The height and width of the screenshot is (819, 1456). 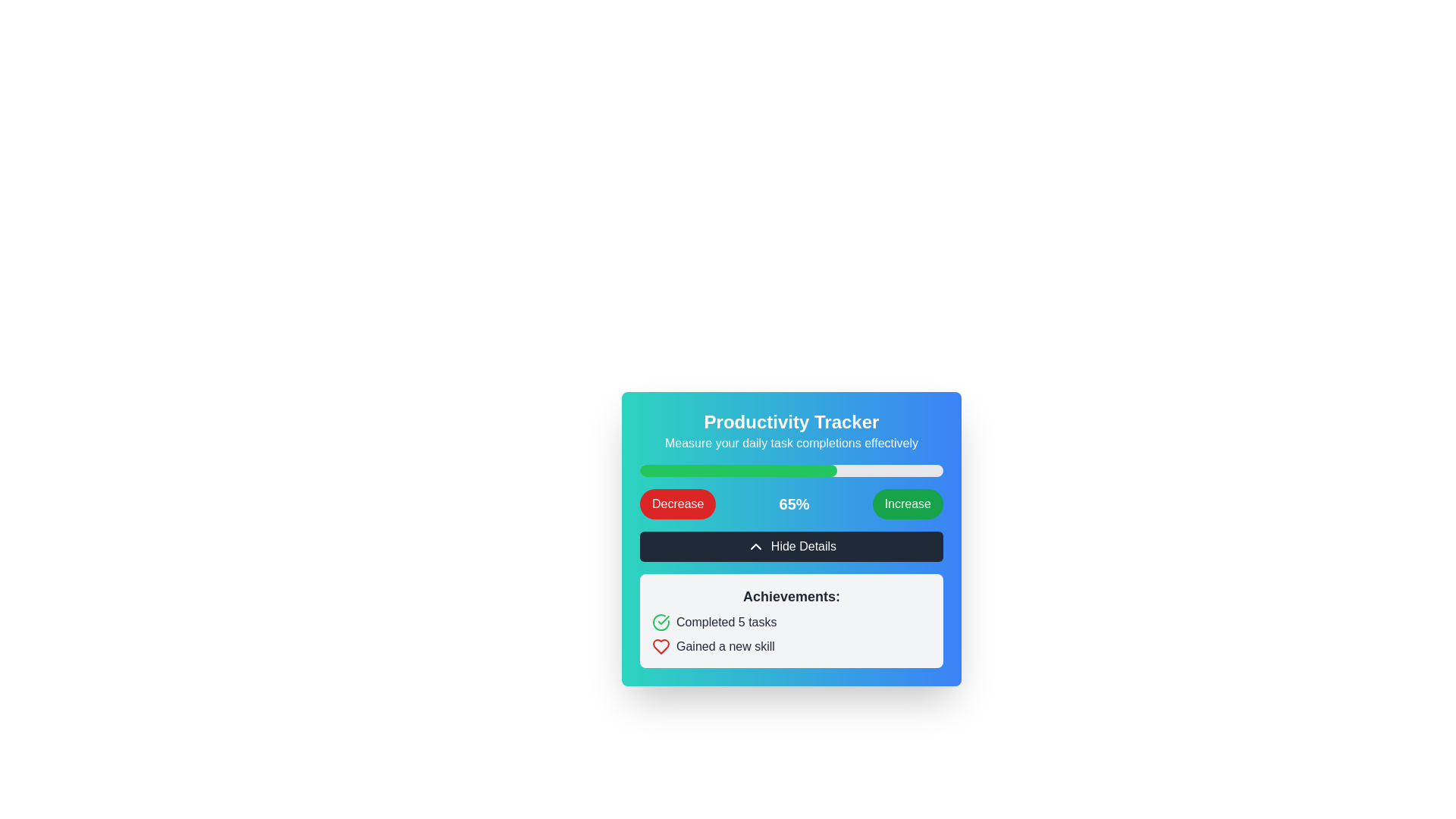 What do you see at coordinates (793, 504) in the screenshot?
I see `the centered text label displaying '65%' which is positioned between the 'Decrease' button on the left and the 'Increase' button on the right` at bounding box center [793, 504].